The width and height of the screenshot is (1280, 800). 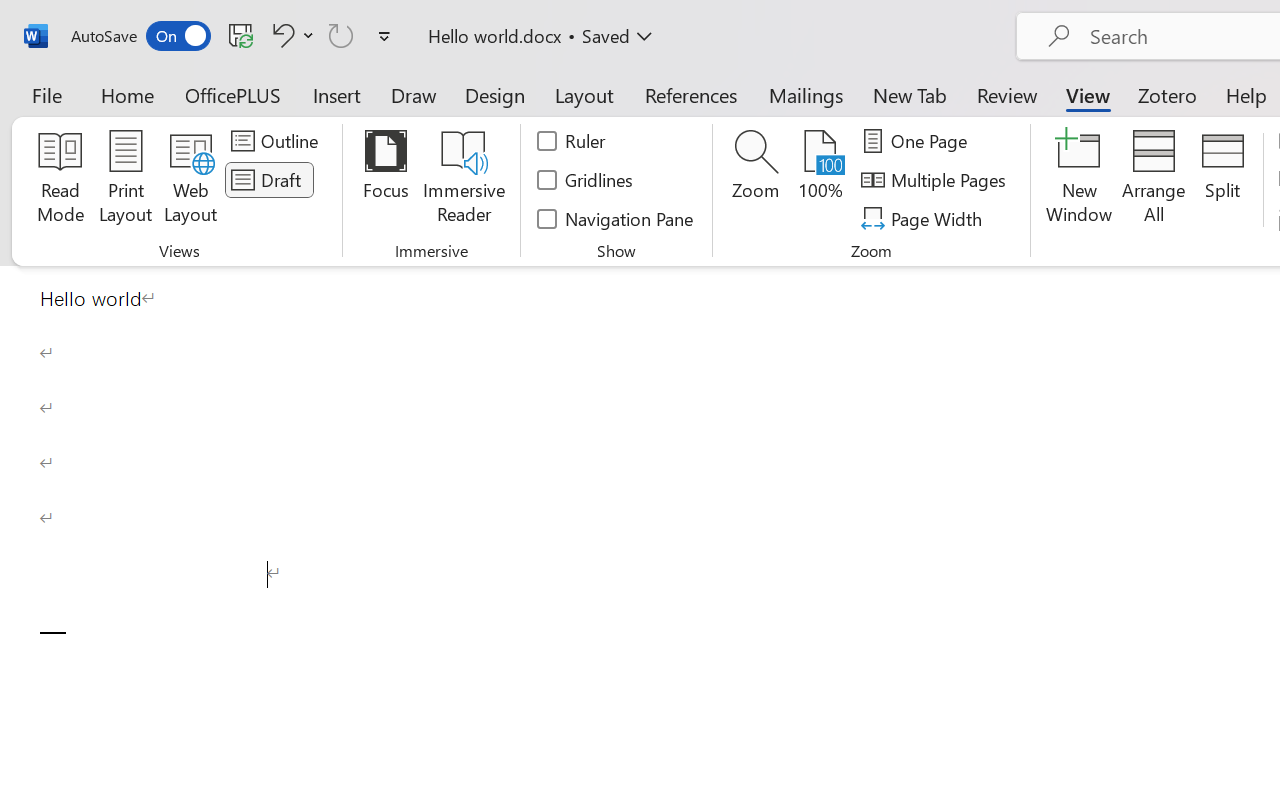 I want to click on 'File Tab', so click(x=46, y=94).